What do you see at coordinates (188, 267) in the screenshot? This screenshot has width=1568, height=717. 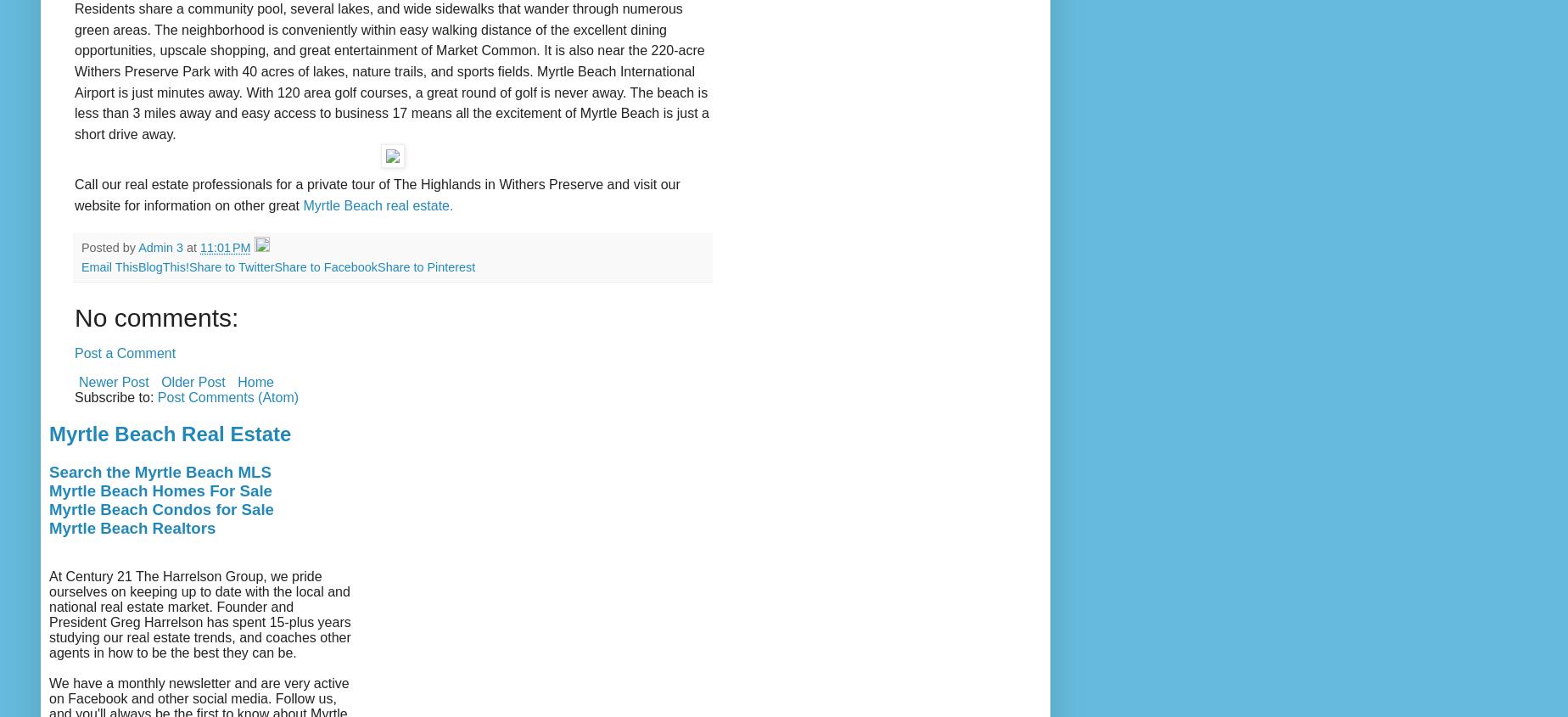 I see `'Share to Twitter'` at bounding box center [188, 267].